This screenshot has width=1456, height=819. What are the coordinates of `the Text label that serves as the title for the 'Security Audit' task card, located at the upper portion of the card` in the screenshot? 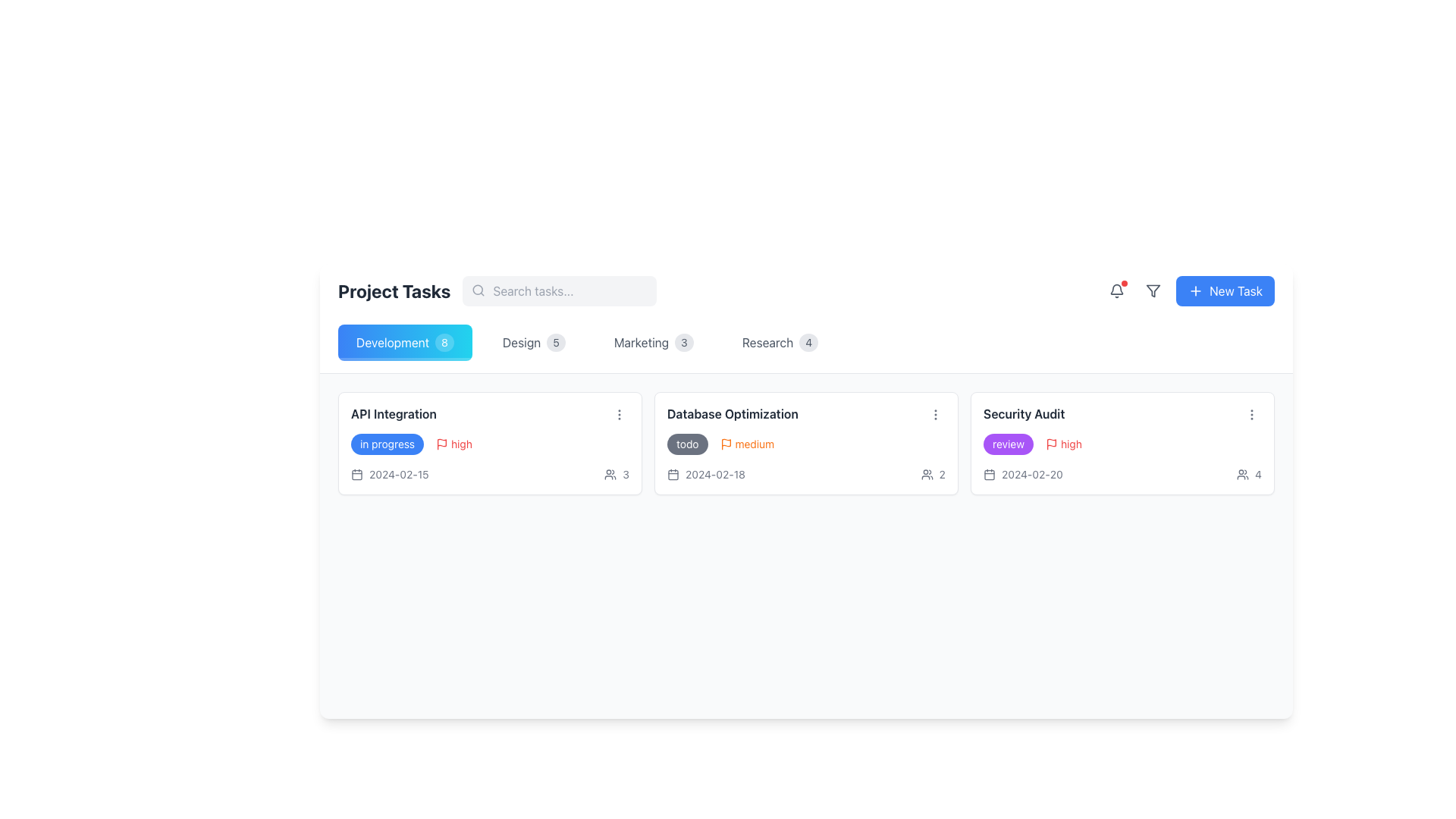 It's located at (1024, 414).